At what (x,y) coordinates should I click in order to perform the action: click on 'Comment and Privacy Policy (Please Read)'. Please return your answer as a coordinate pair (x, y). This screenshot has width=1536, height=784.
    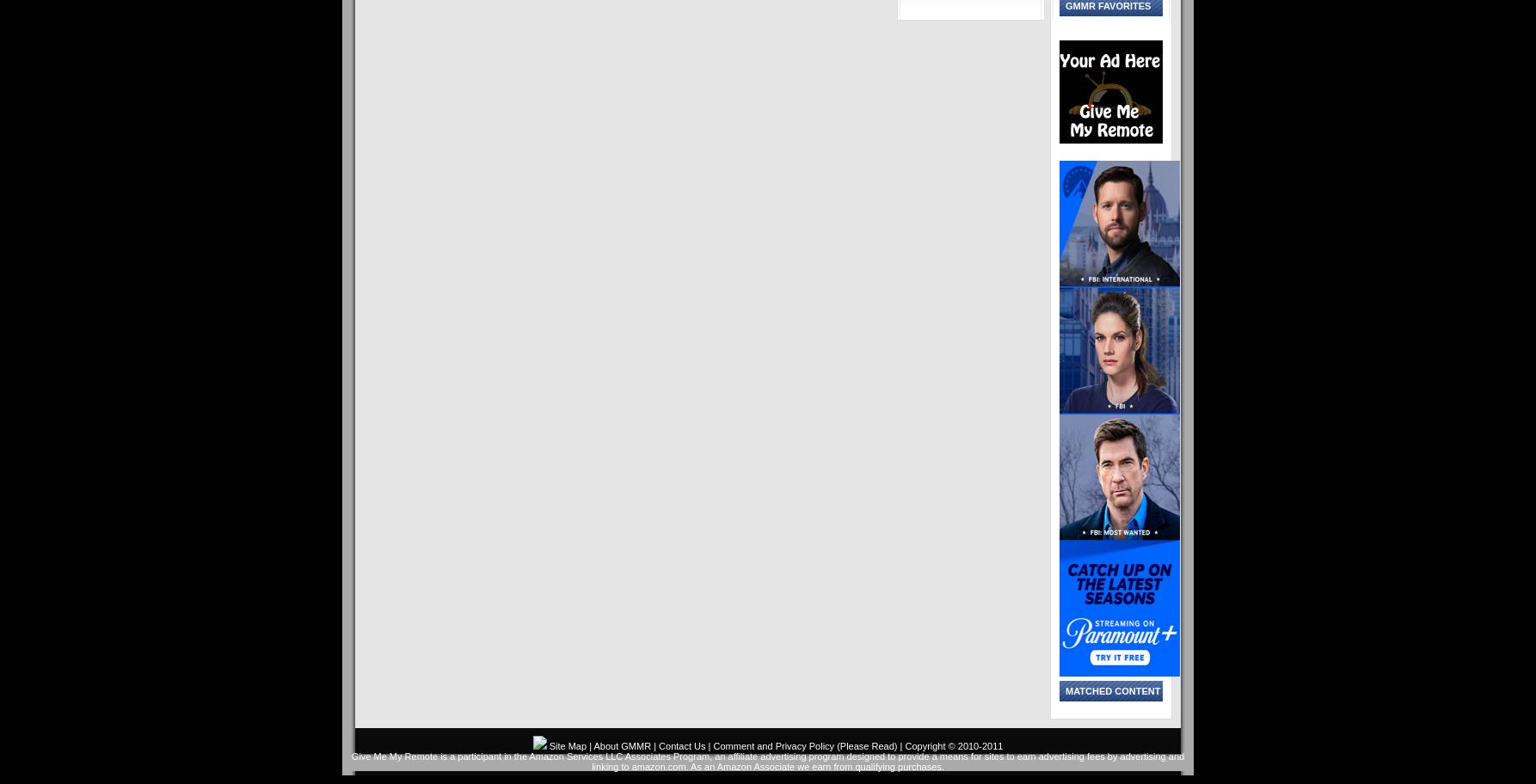
    Looking at the image, I should click on (805, 746).